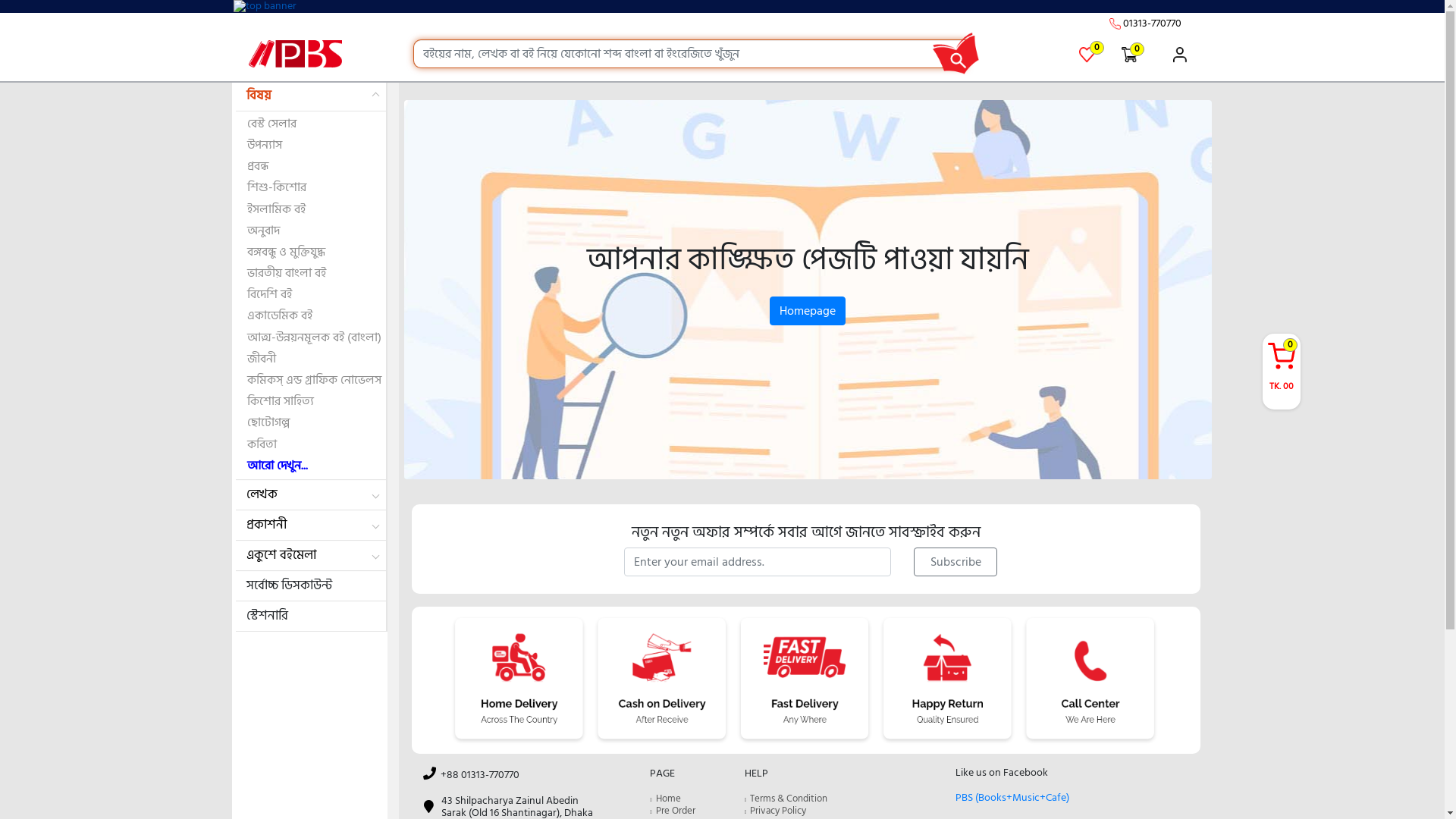  Describe the element at coordinates (1088, 46) in the screenshot. I see `'0'` at that location.